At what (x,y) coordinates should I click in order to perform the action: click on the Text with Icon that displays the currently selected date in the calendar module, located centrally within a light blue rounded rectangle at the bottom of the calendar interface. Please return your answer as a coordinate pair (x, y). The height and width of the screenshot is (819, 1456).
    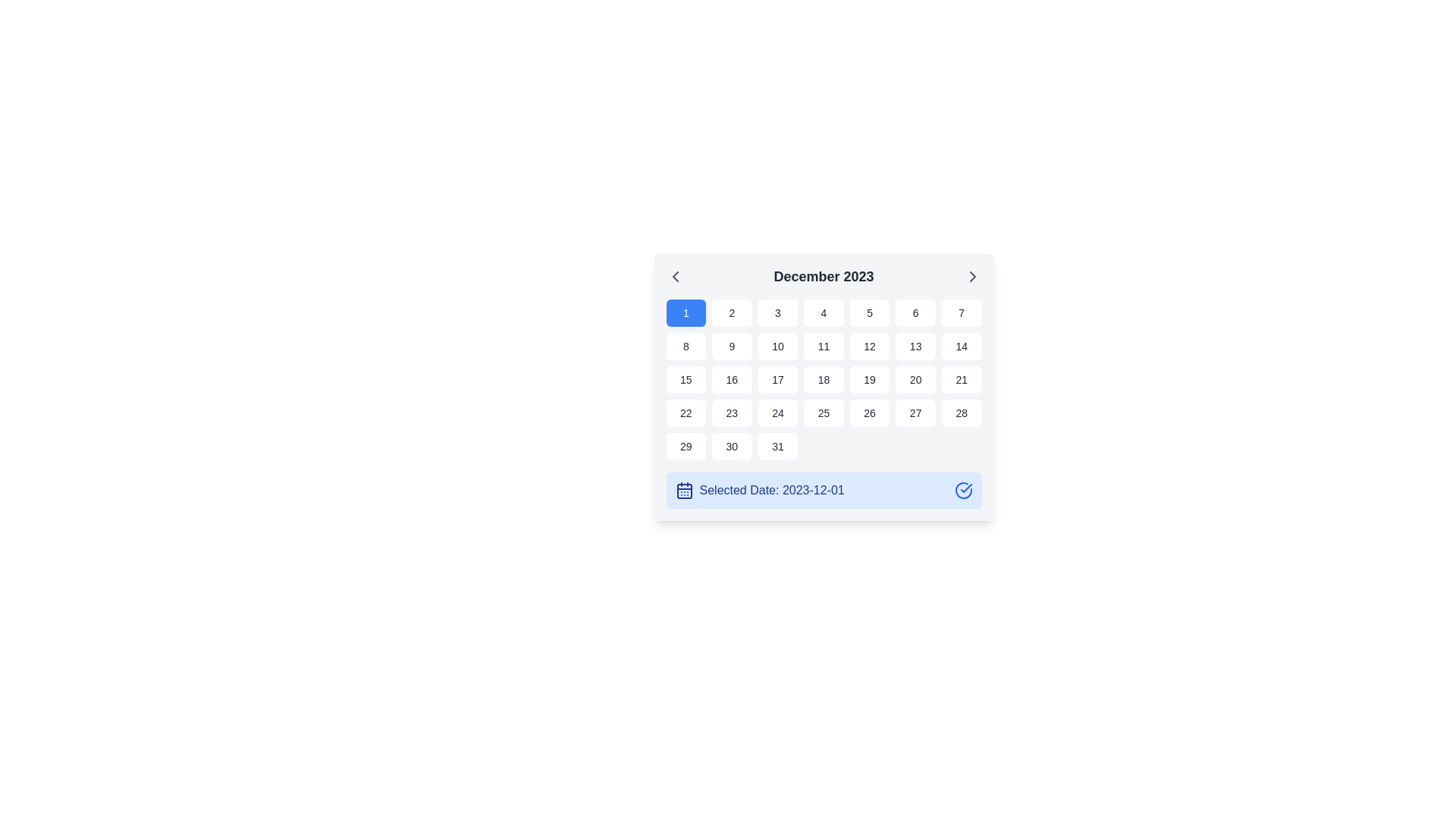
    Looking at the image, I should click on (760, 491).